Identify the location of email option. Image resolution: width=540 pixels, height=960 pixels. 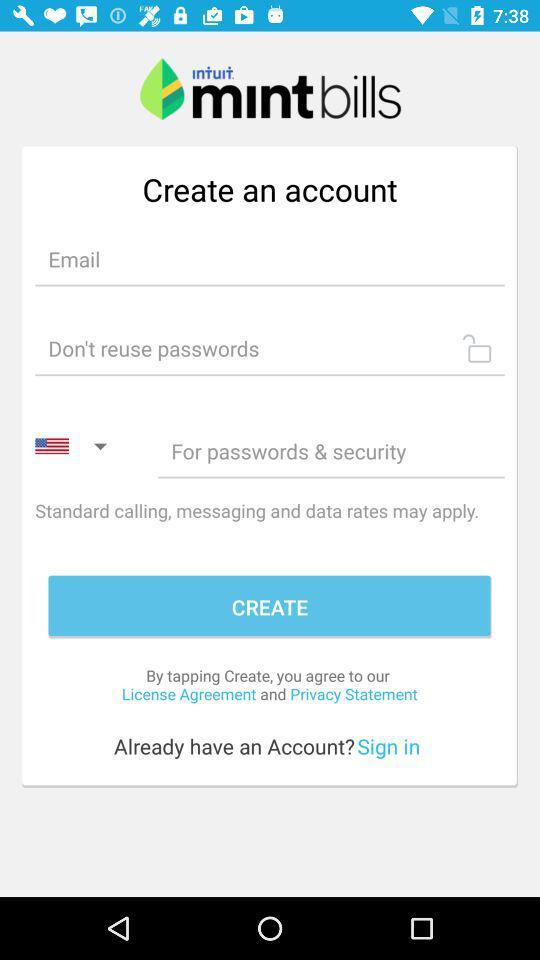
(270, 258).